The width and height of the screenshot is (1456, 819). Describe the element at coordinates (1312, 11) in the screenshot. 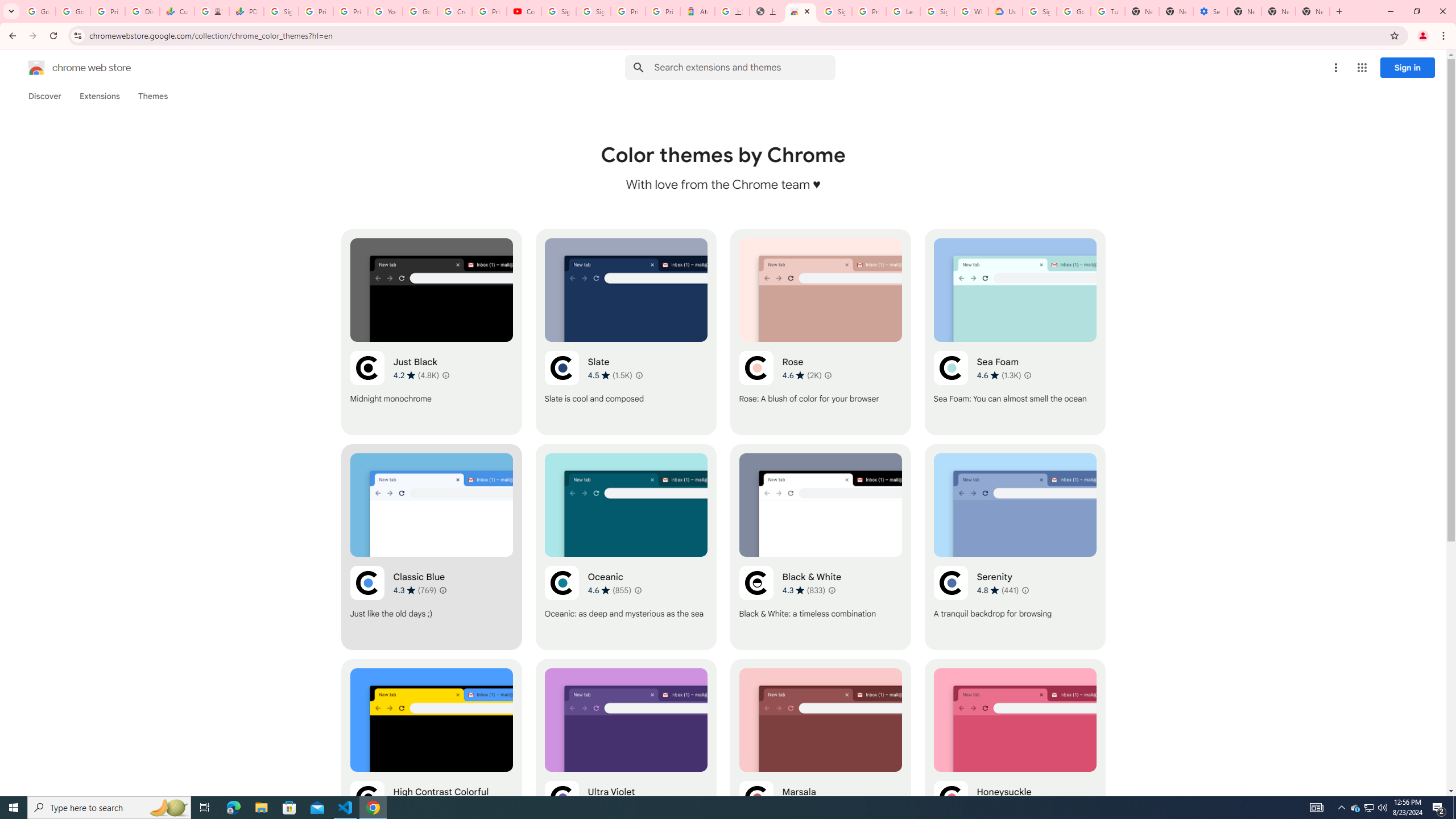

I see `'New Tab'` at that location.